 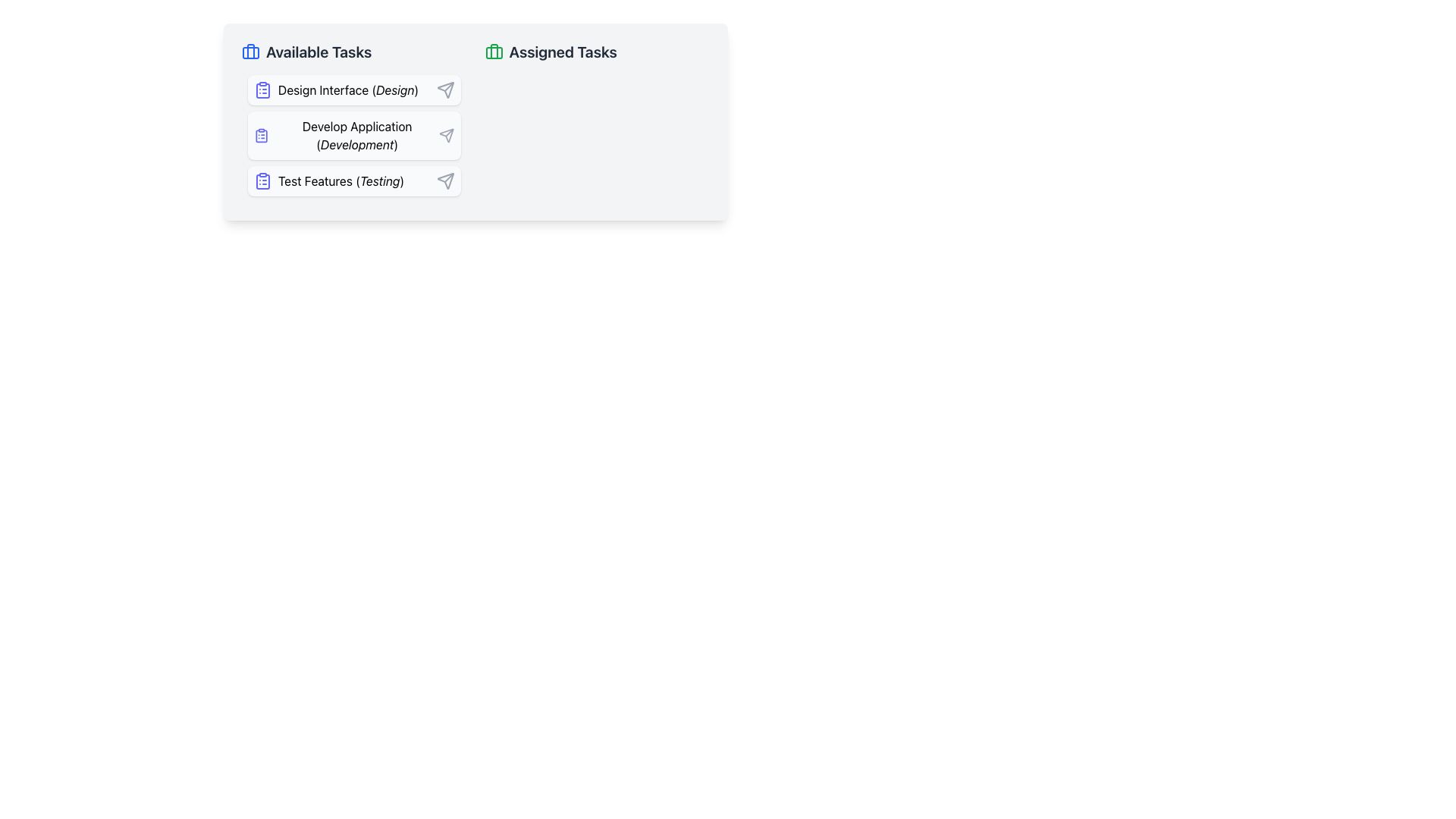 I want to click on the clipboard icon located in the second icon of the first list item under 'Available Tasks', specifically for the item 'Design Interface (Design)', so click(x=262, y=90).